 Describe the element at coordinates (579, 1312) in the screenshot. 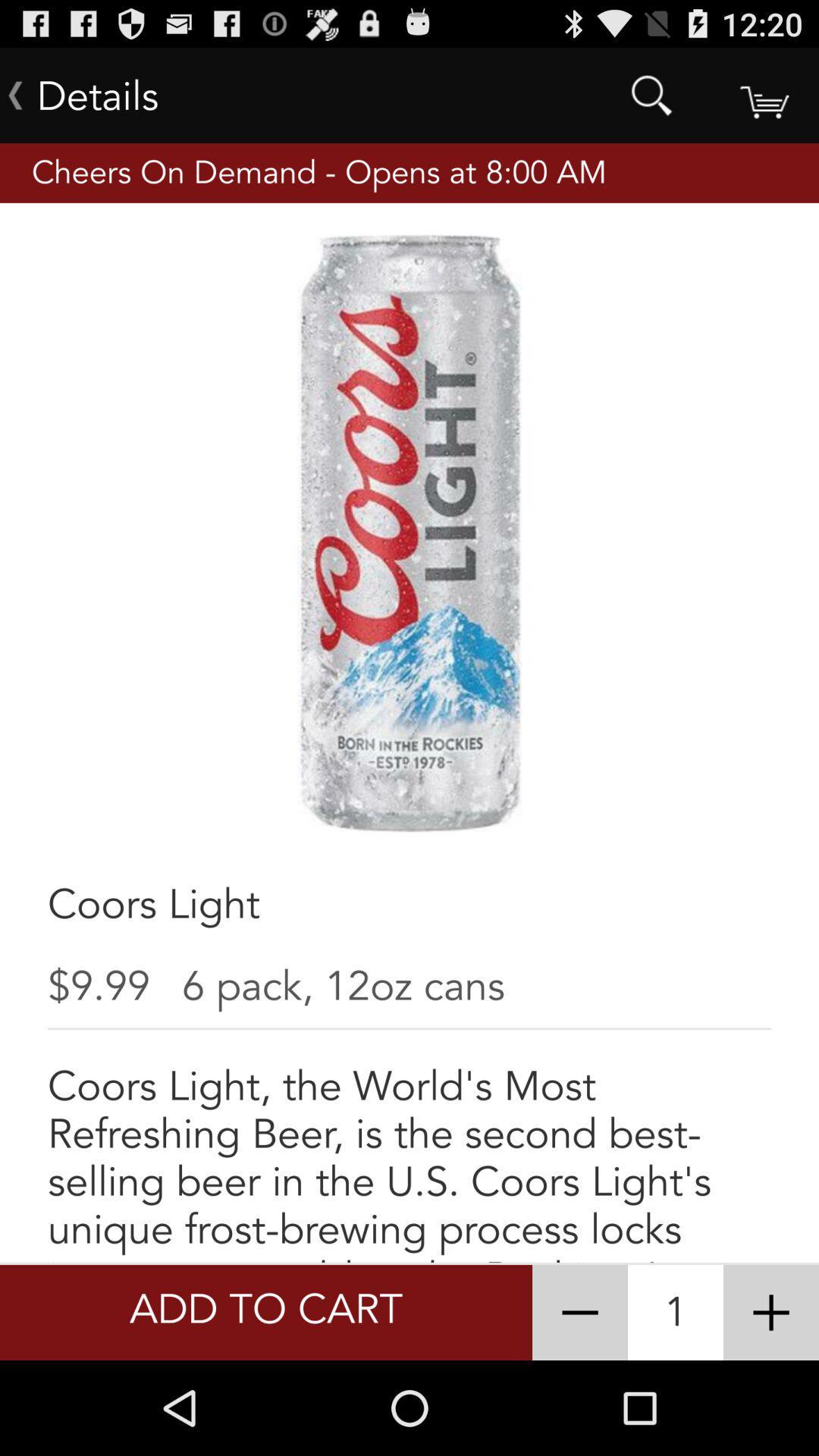

I see `item next to add to cart` at that location.